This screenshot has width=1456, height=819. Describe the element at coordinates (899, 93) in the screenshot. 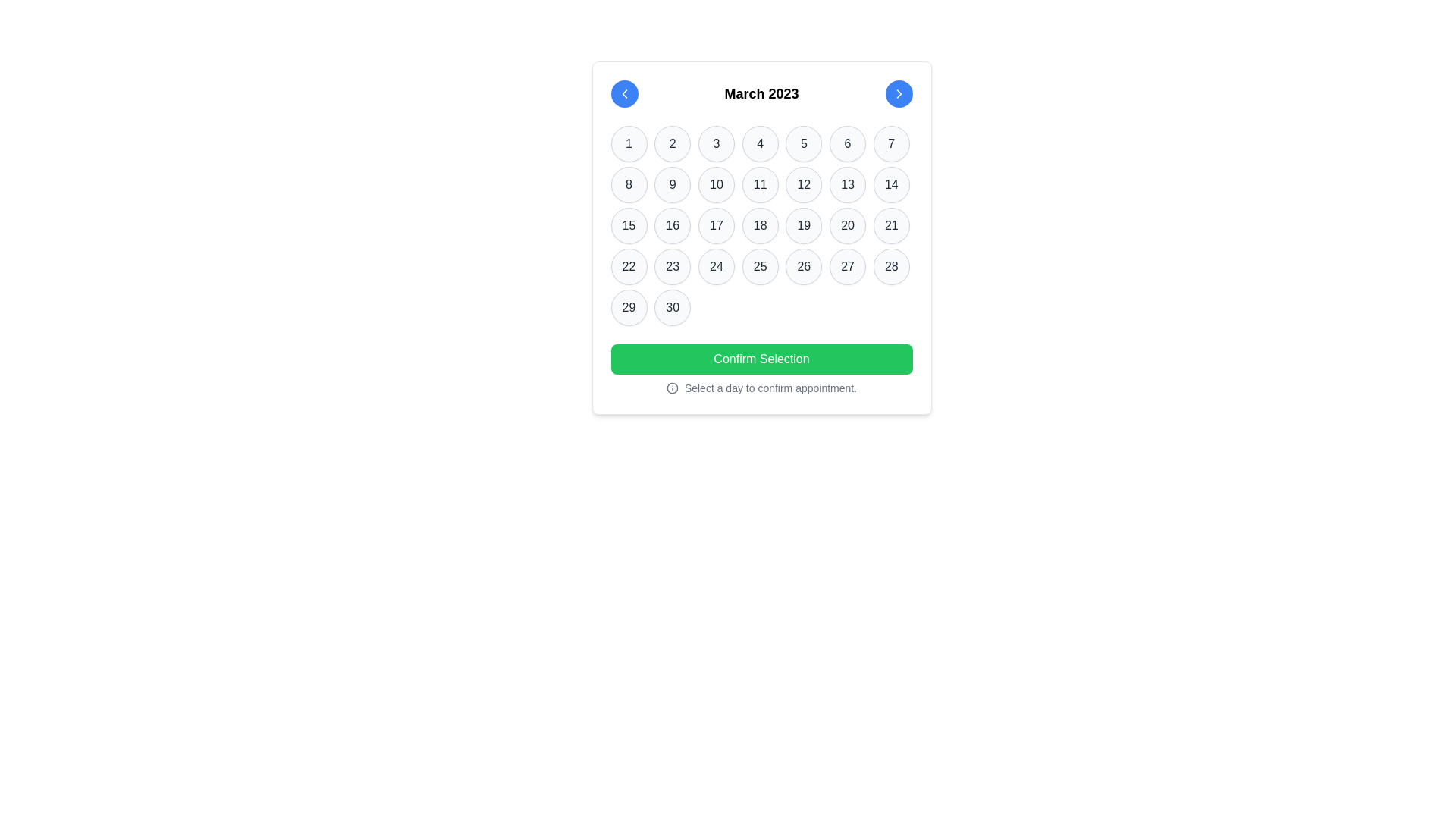

I see `the button with a rounded blue background and a white right-pointing chevron icon located in the top-right corner of the calendar navigation header adjacent to 'March 2023'` at that location.